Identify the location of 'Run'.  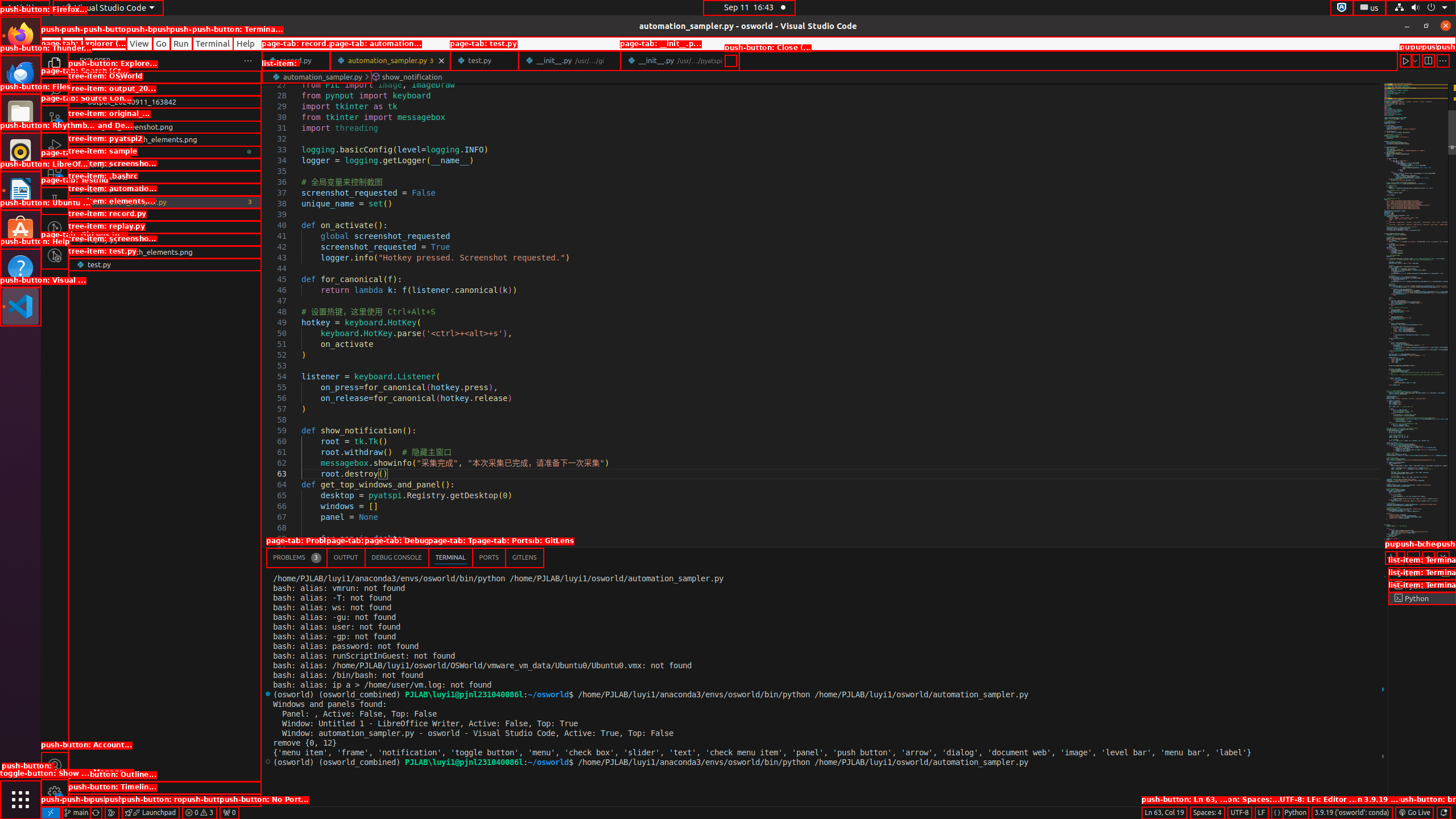
(180, 43).